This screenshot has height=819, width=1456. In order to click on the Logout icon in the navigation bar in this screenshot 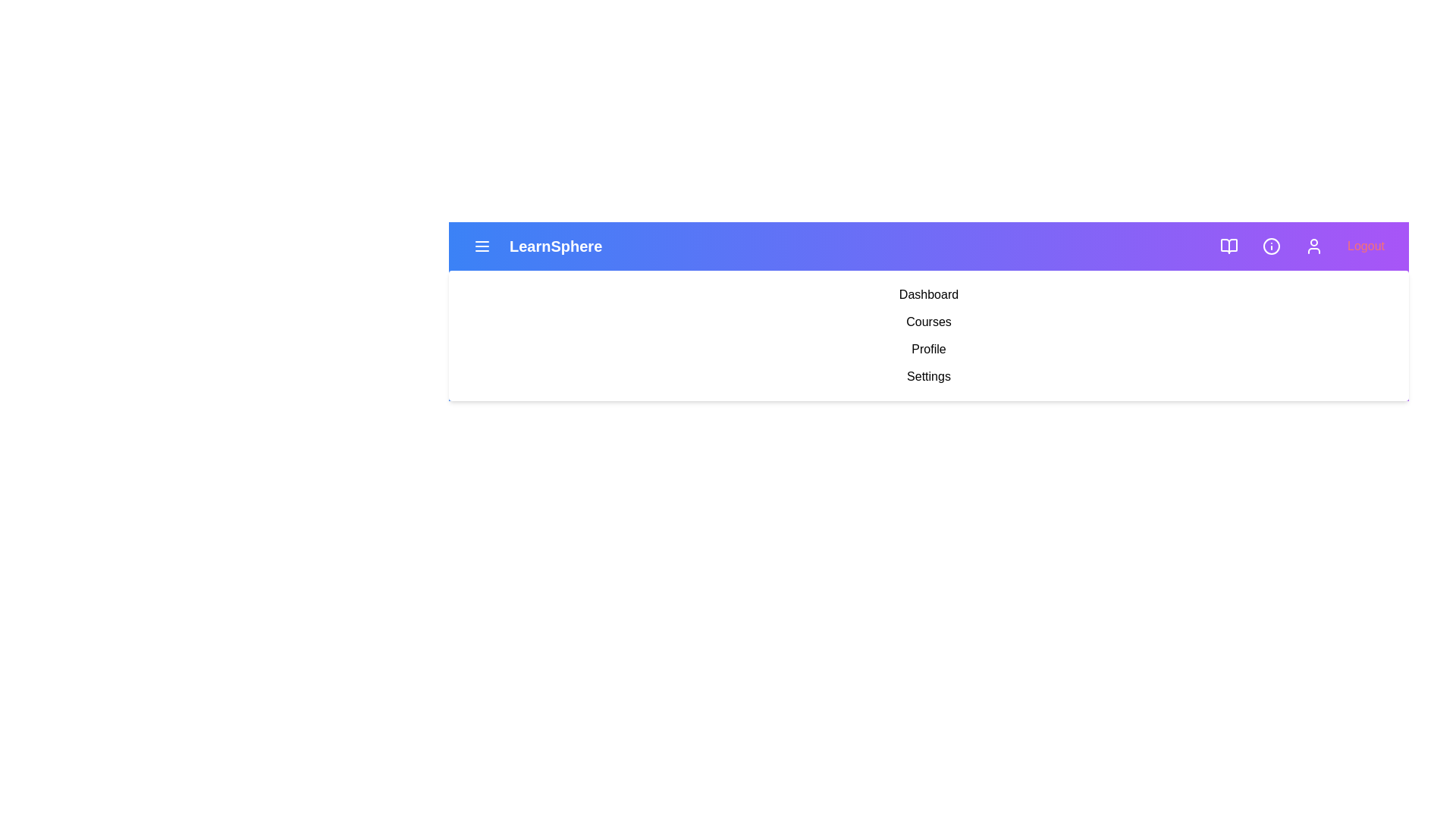, I will do `click(1365, 245)`.